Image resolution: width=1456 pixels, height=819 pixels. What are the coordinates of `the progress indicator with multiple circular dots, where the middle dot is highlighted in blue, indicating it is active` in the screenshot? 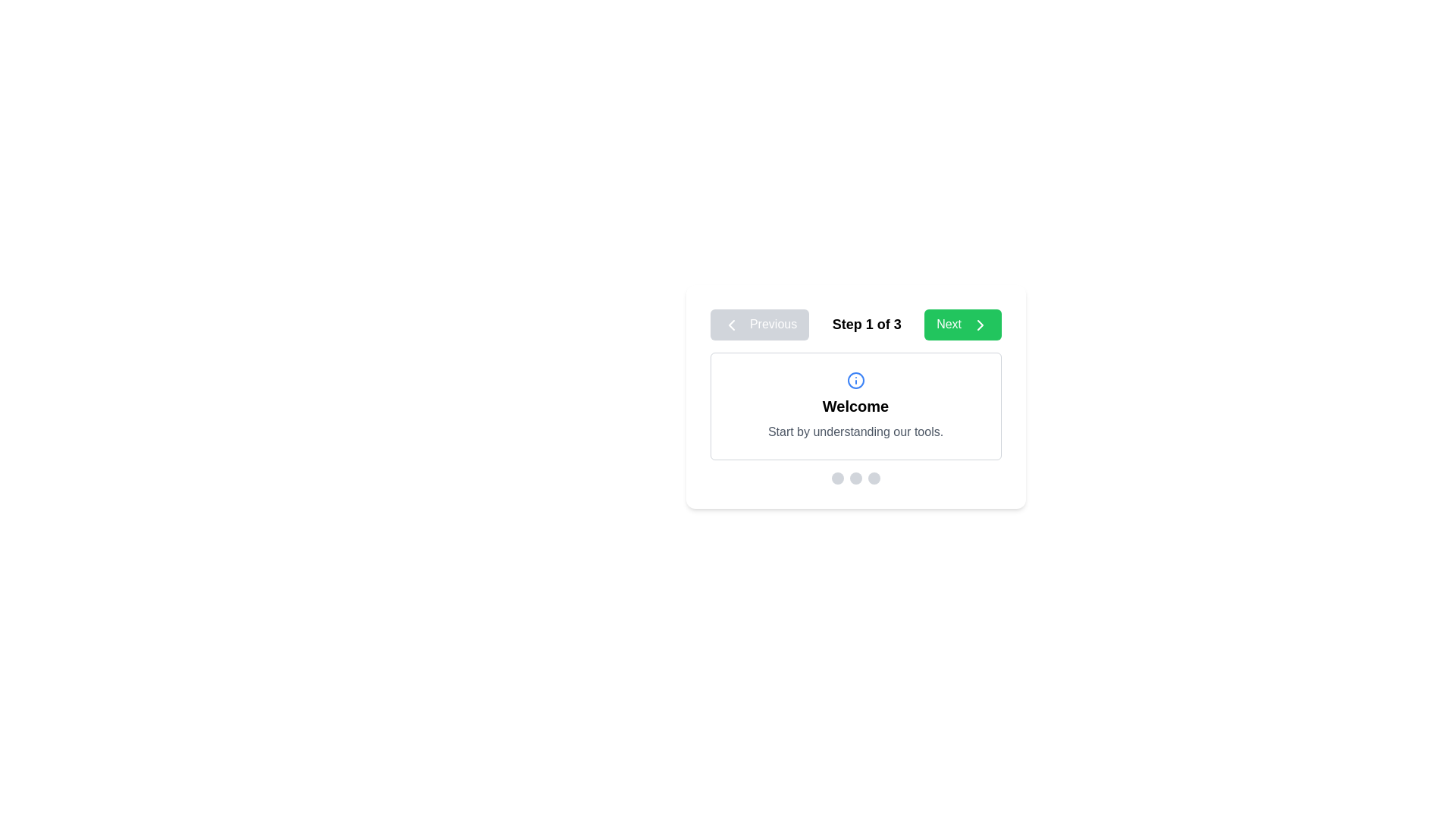 It's located at (855, 478).